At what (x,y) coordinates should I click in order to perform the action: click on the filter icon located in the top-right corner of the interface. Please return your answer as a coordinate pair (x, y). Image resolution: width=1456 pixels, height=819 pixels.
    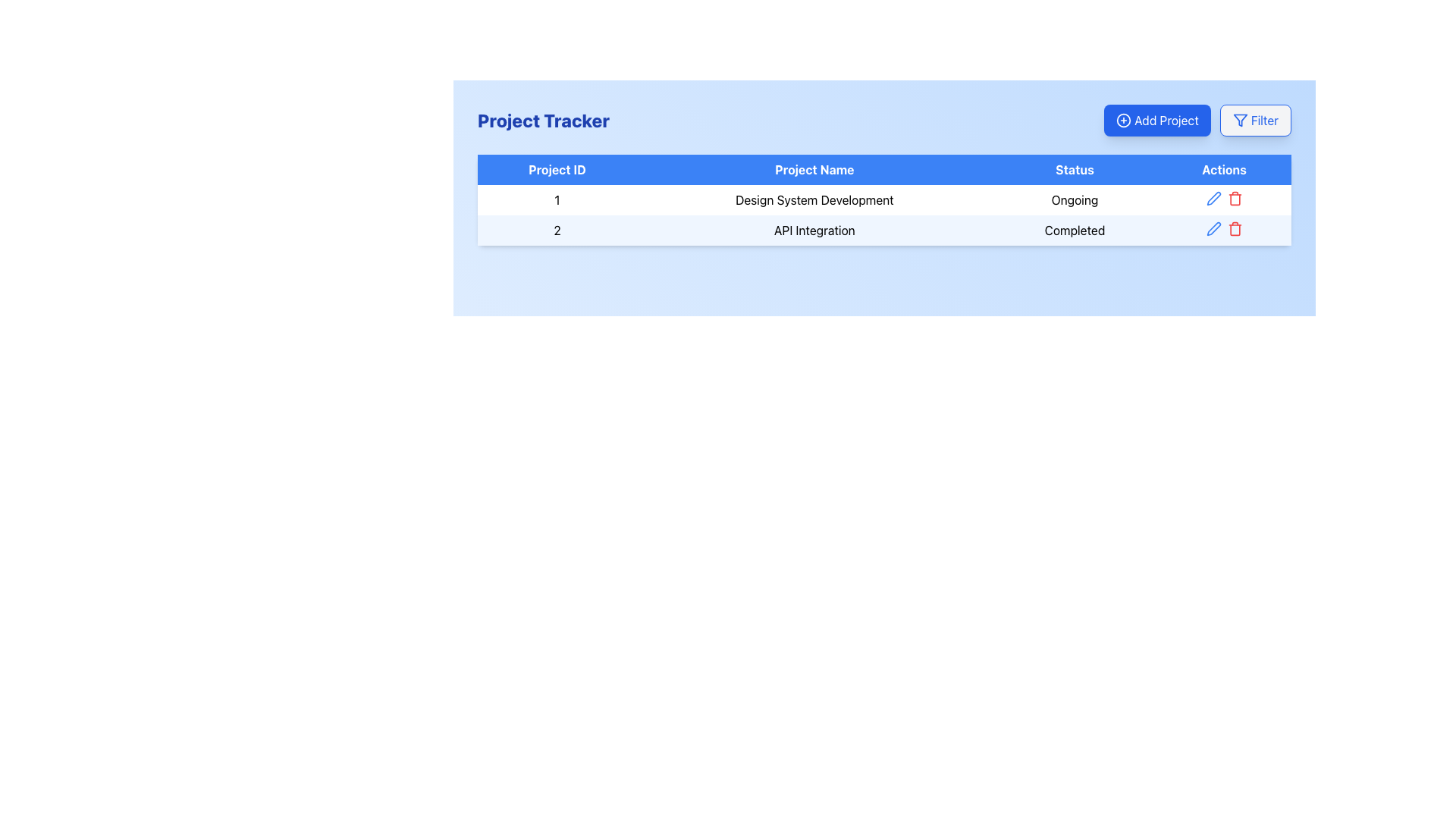
    Looking at the image, I should click on (1240, 119).